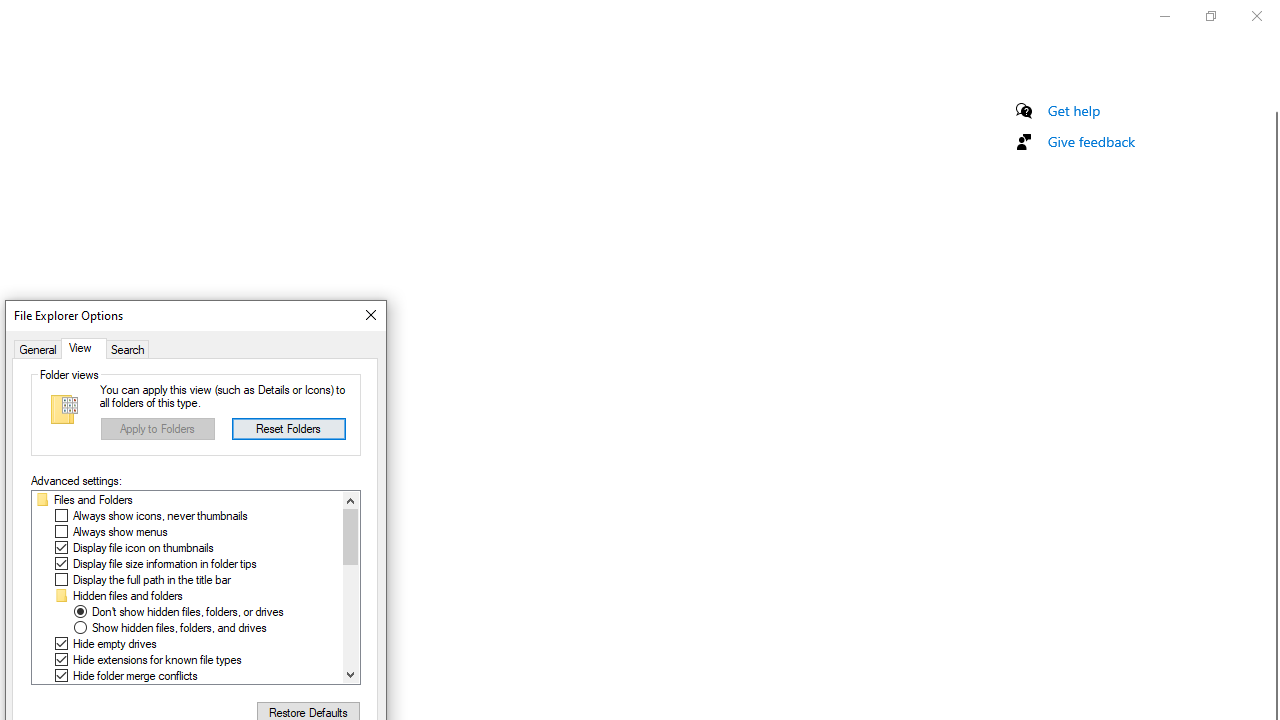 This screenshot has height=720, width=1280. I want to click on 'Reset Folders', so click(287, 427).